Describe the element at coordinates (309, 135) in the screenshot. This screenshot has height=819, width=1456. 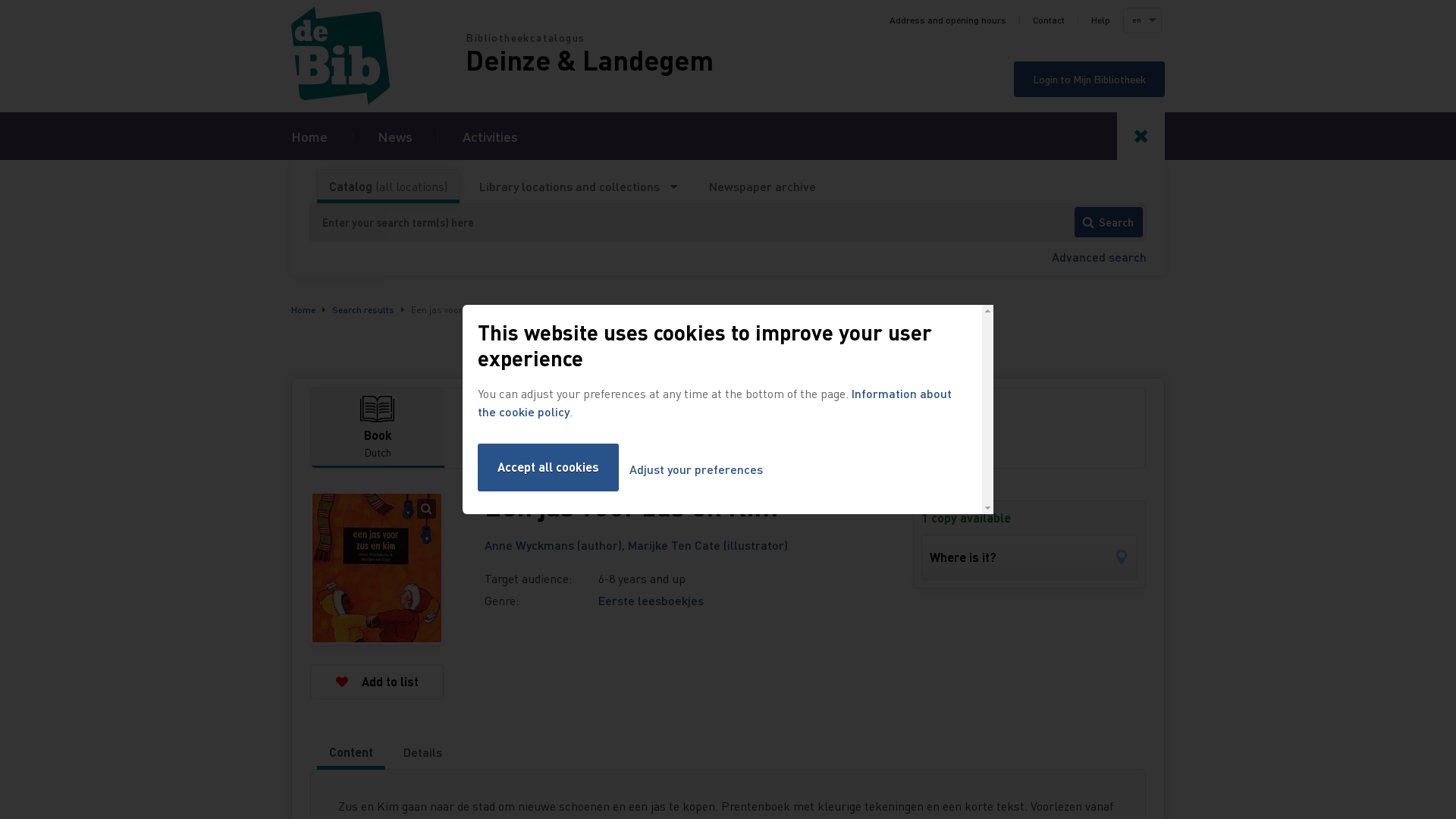
I see `'Home'` at that location.